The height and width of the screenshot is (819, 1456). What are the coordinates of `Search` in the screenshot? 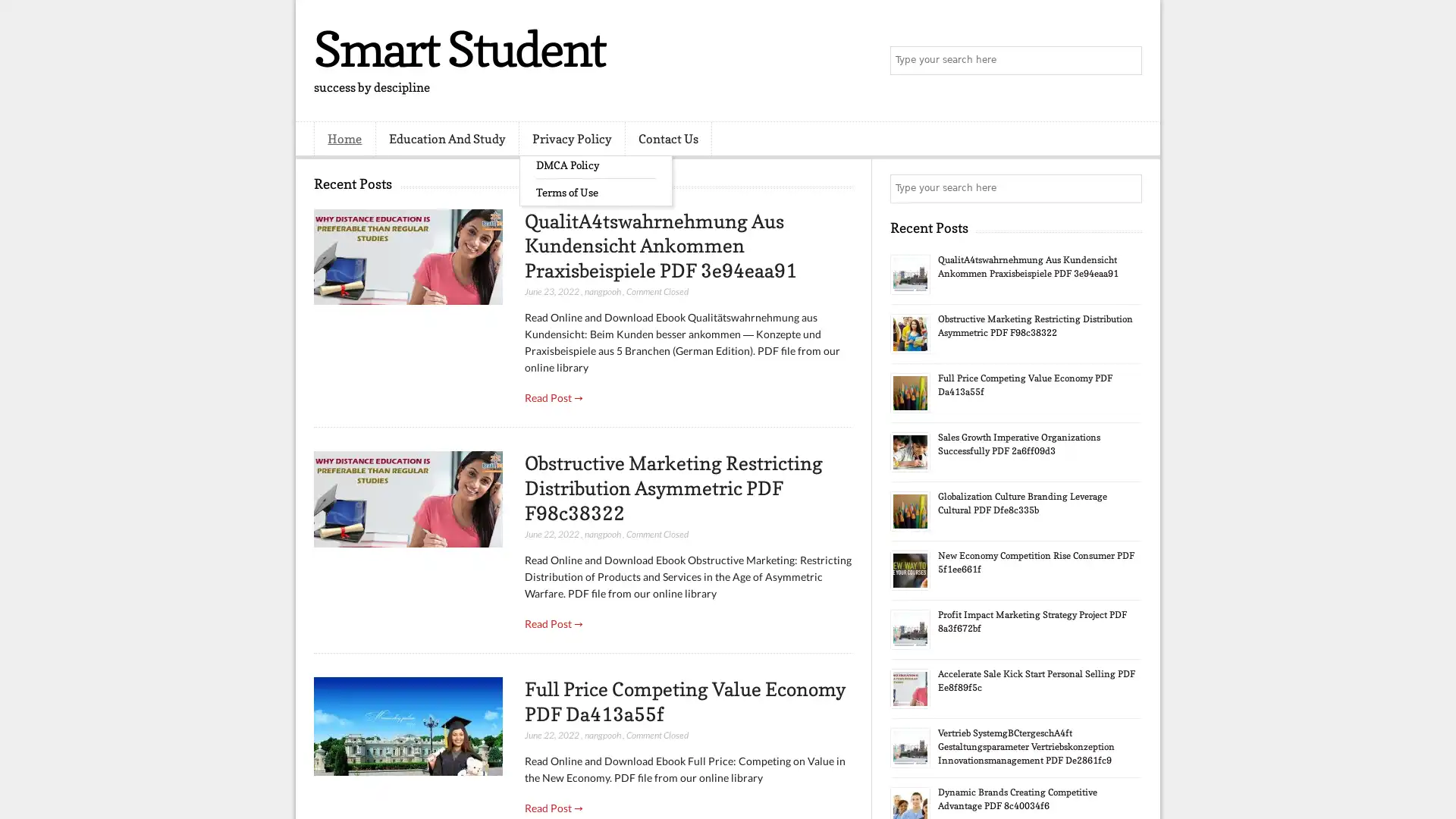 It's located at (1126, 188).